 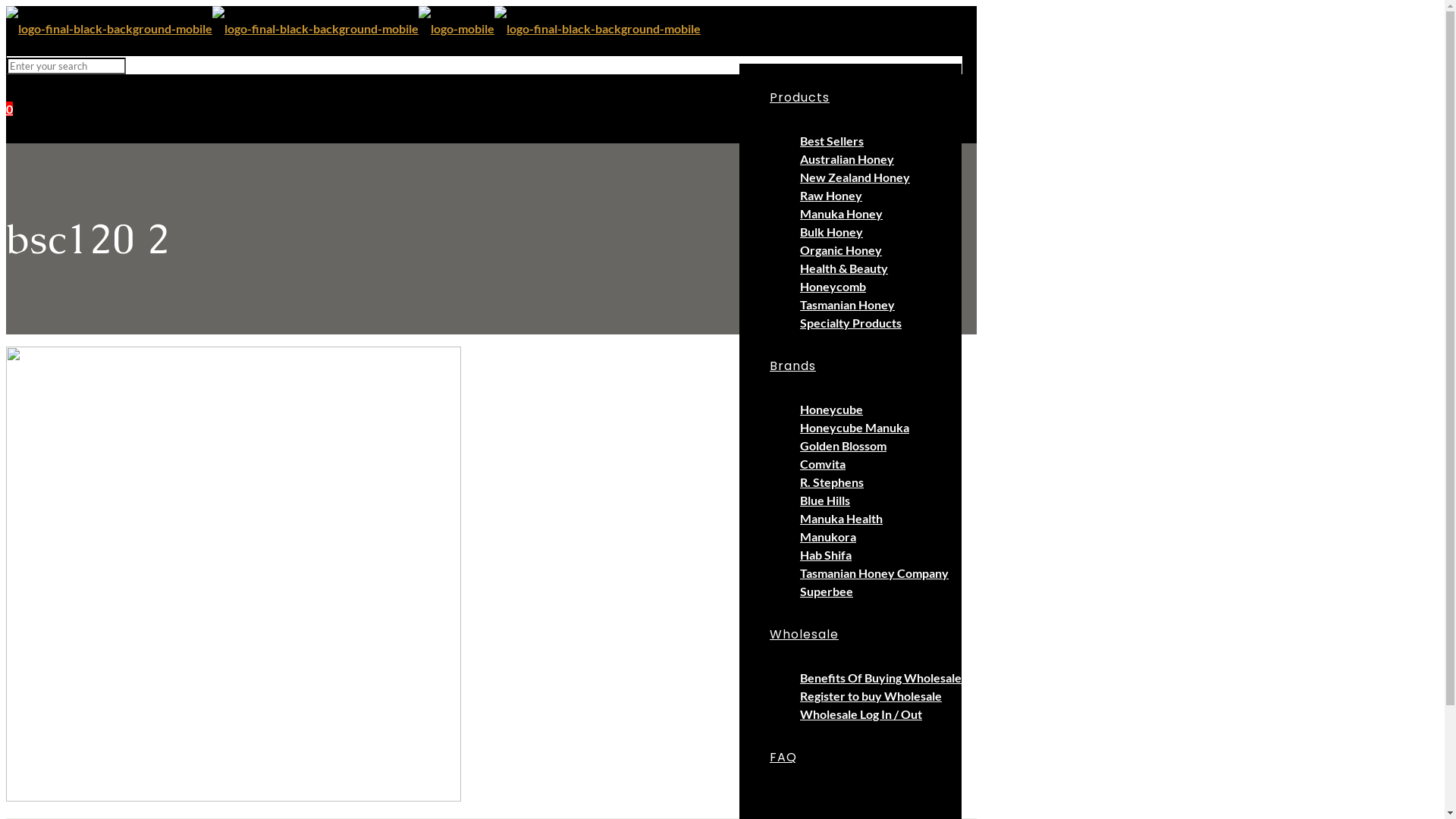 I want to click on 'Honeycube', so click(x=830, y=408).